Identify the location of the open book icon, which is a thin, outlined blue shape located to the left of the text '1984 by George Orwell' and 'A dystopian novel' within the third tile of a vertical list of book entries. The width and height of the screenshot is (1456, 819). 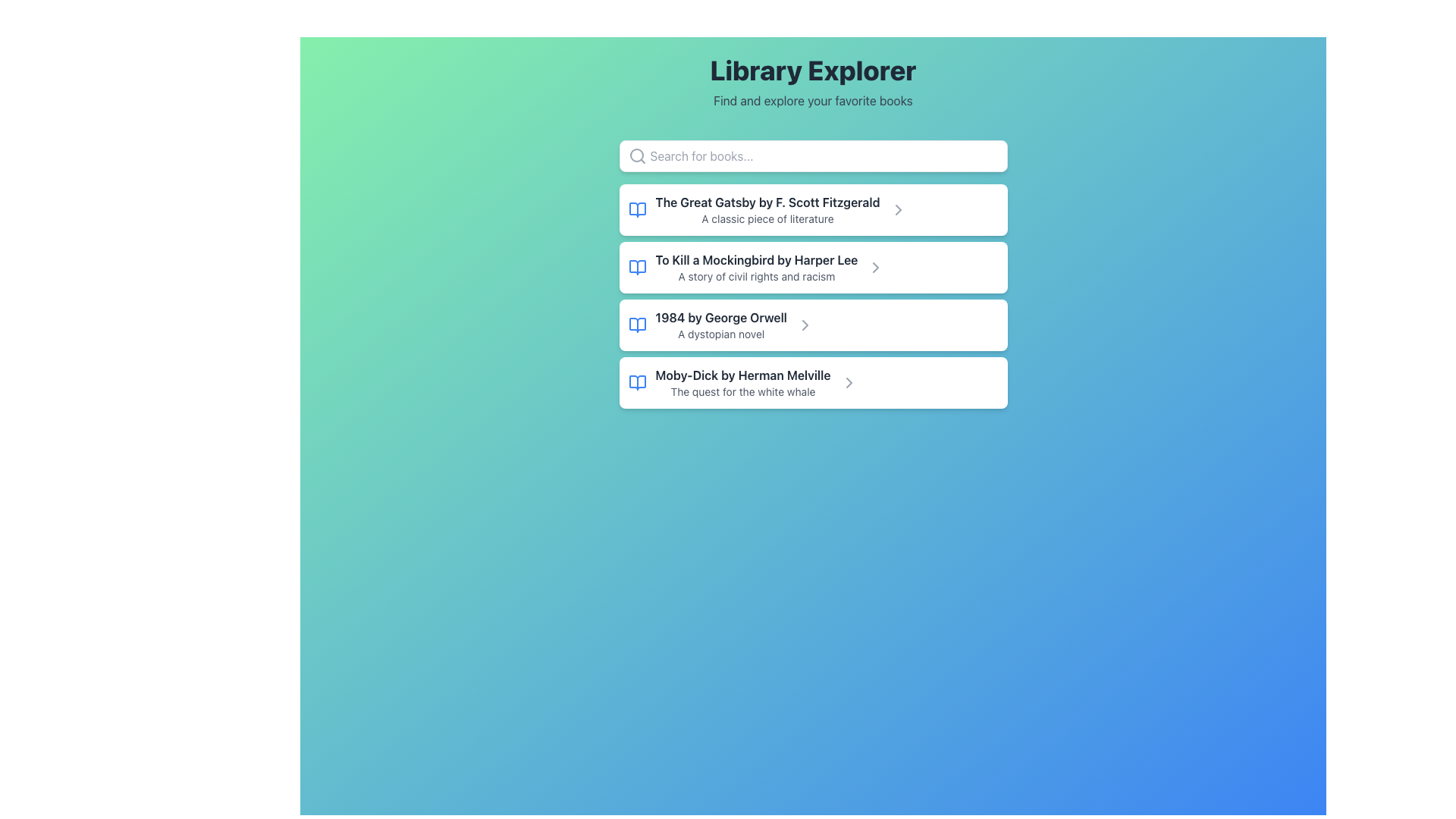
(637, 324).